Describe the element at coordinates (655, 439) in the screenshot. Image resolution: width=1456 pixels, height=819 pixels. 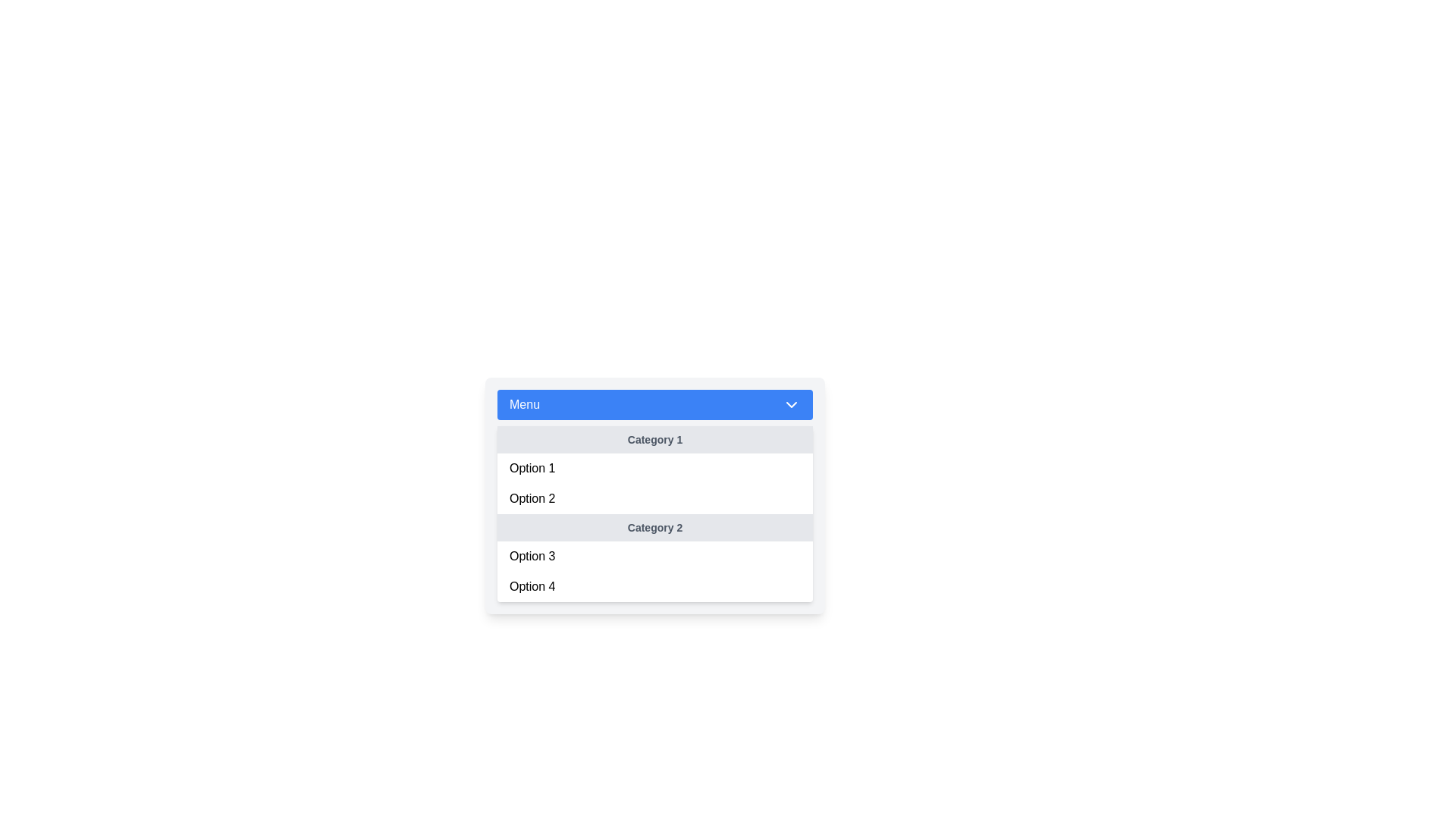
I see `the text label displaying 'Category 1' with a medium font weight and light gray background, located at the top of the dropdown menu` at that location.